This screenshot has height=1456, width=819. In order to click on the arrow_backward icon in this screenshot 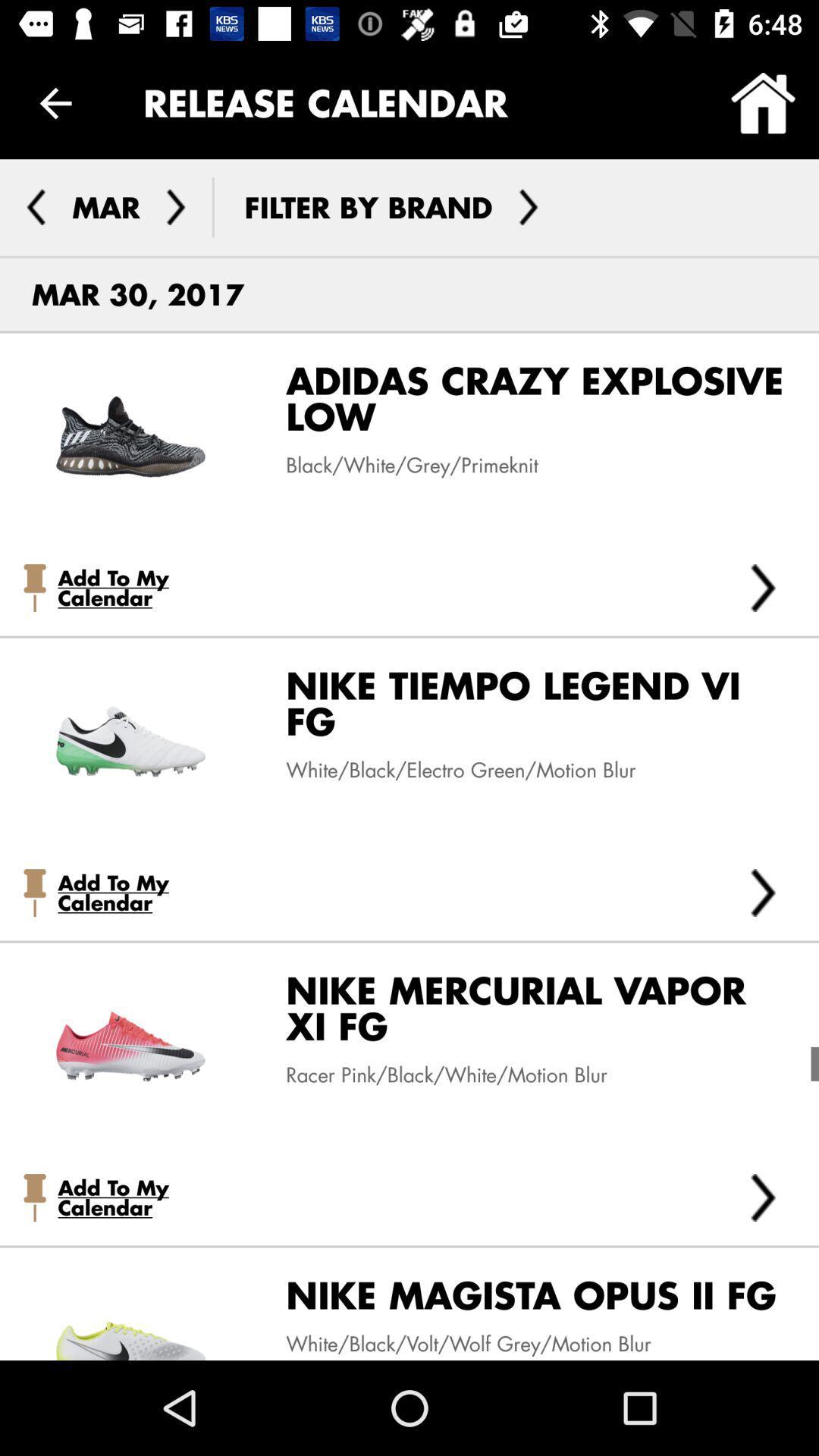, I will do `click(35, 206)`.